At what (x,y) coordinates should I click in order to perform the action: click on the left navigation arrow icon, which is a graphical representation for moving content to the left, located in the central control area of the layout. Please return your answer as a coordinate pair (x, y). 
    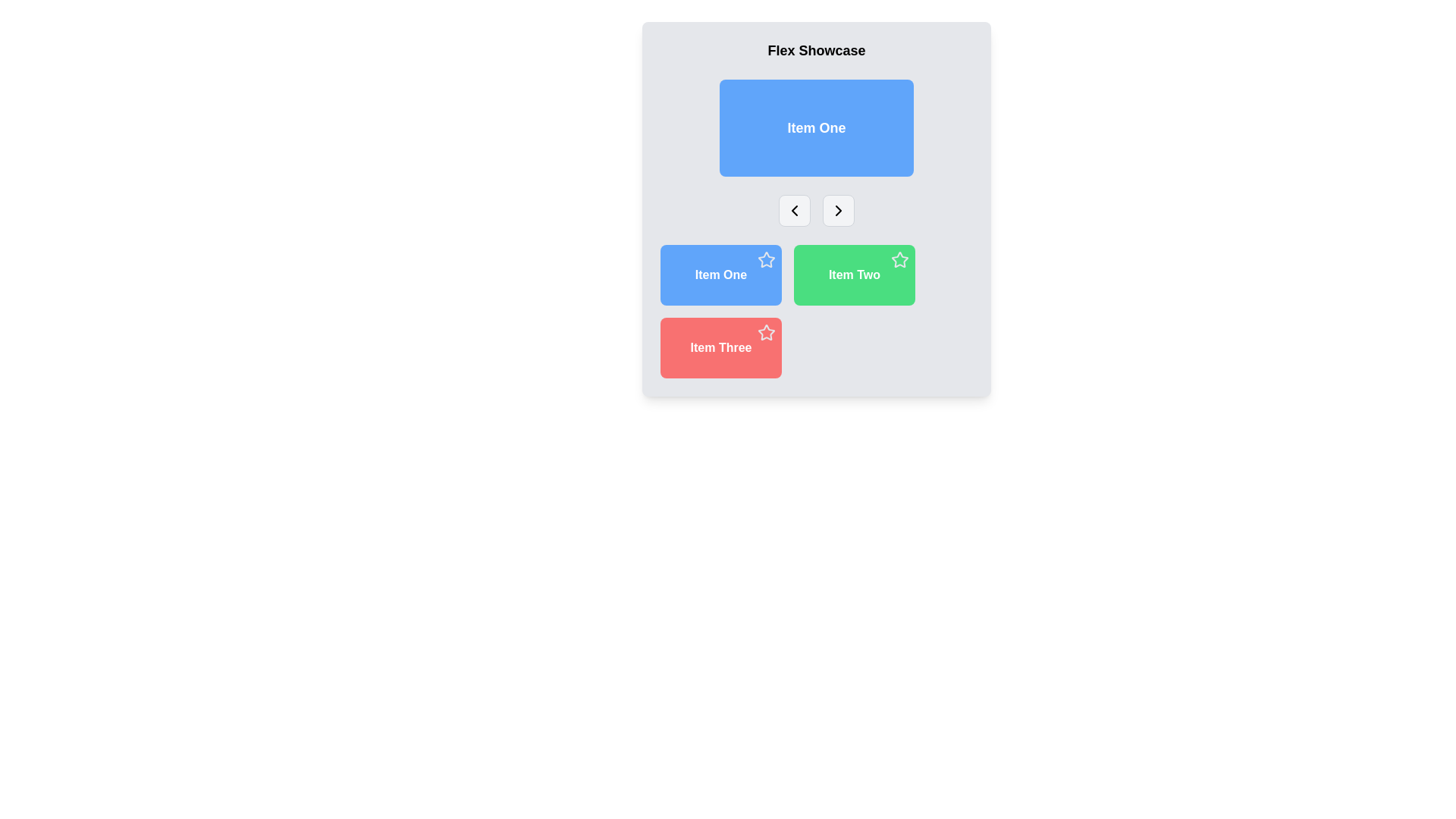
    Looking at the image, I should click on (793, 210).